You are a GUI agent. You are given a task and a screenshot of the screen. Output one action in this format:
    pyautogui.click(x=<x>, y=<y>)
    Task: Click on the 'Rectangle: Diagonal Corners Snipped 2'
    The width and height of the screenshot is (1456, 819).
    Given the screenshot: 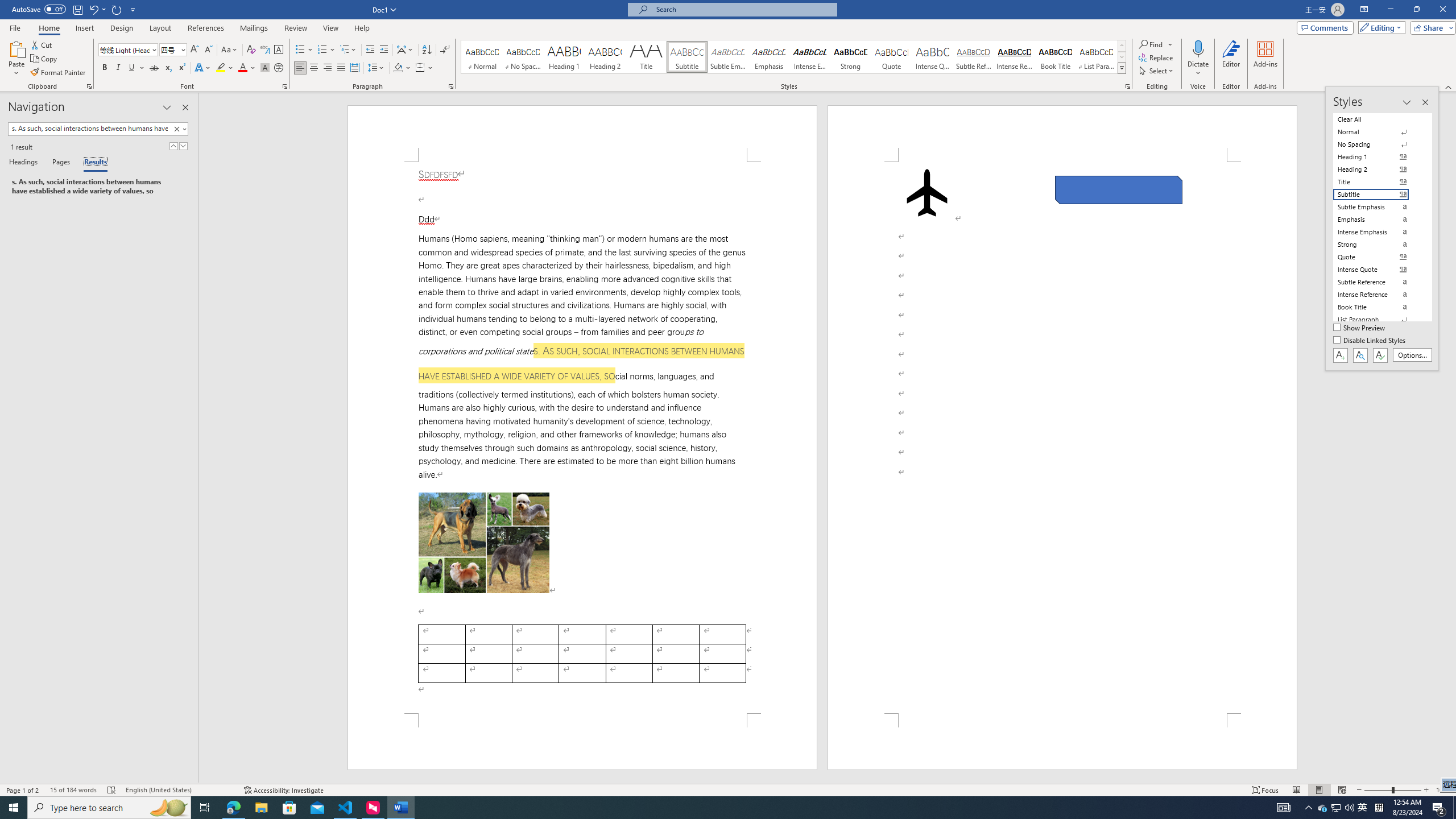 What is the action you would take?
    pyautogui.click(x=1118, y=189)
    